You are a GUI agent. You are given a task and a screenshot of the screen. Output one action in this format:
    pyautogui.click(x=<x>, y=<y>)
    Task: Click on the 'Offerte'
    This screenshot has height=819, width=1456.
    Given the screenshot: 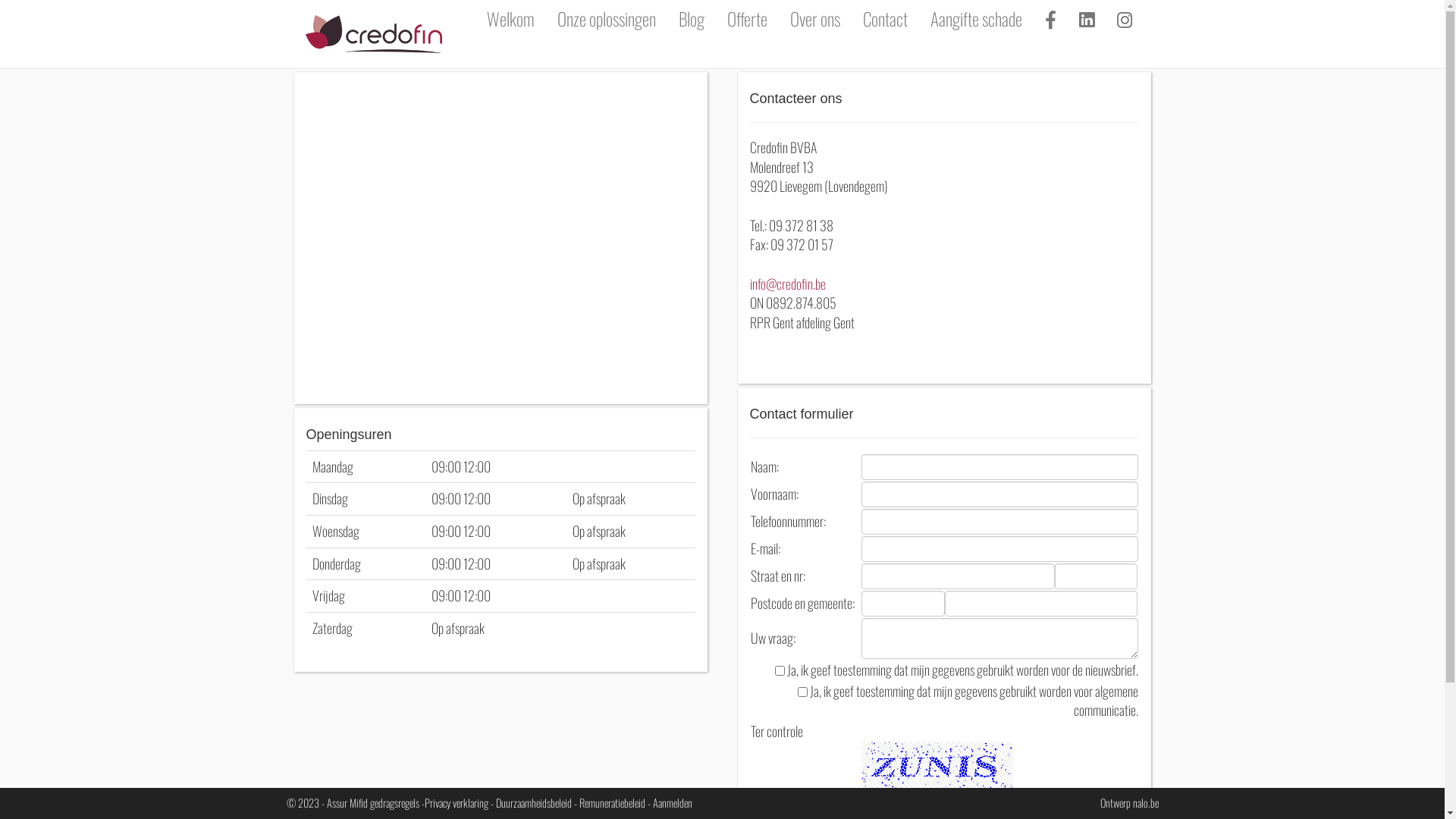 What is the action you would take?
    pyautogui.click(x=747, y=18)
    